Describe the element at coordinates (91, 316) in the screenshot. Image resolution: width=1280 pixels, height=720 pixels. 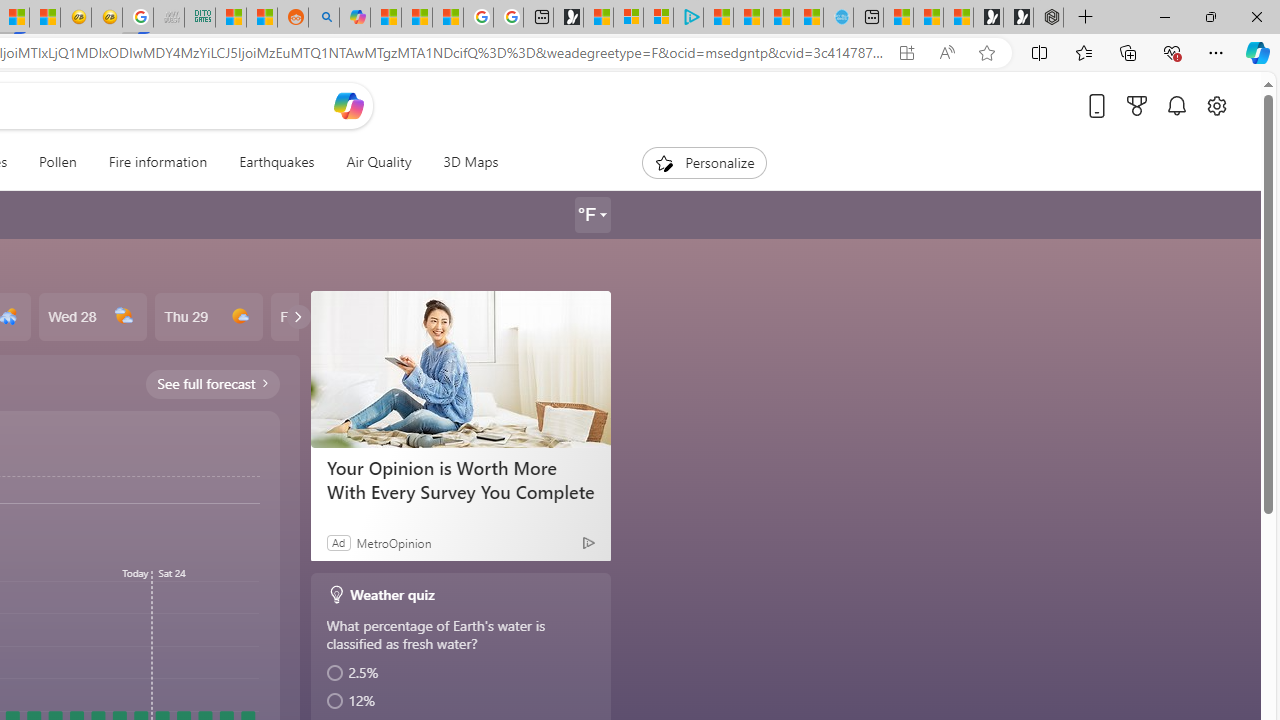
I see `'Wed 28'` at that location.